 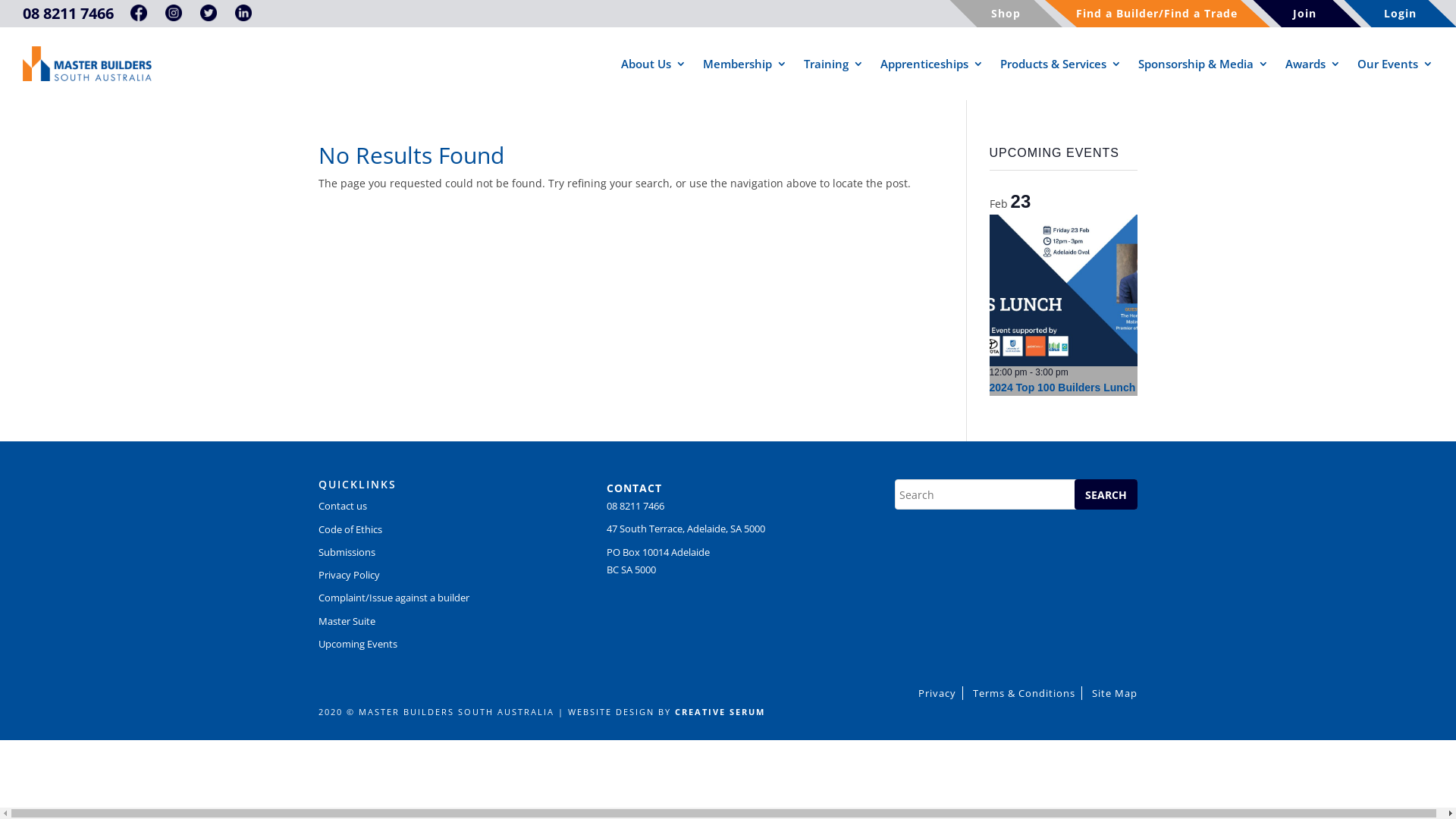 I want to click on 'Complaint/Issue against a builder', so click(x=394, y=596).